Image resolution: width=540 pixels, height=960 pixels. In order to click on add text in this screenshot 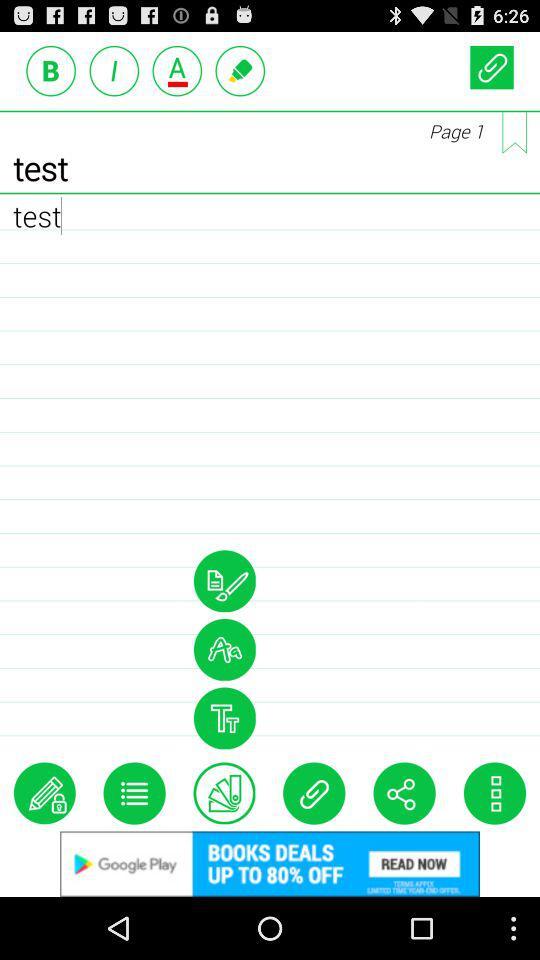, I will do `click(177, 70)`.